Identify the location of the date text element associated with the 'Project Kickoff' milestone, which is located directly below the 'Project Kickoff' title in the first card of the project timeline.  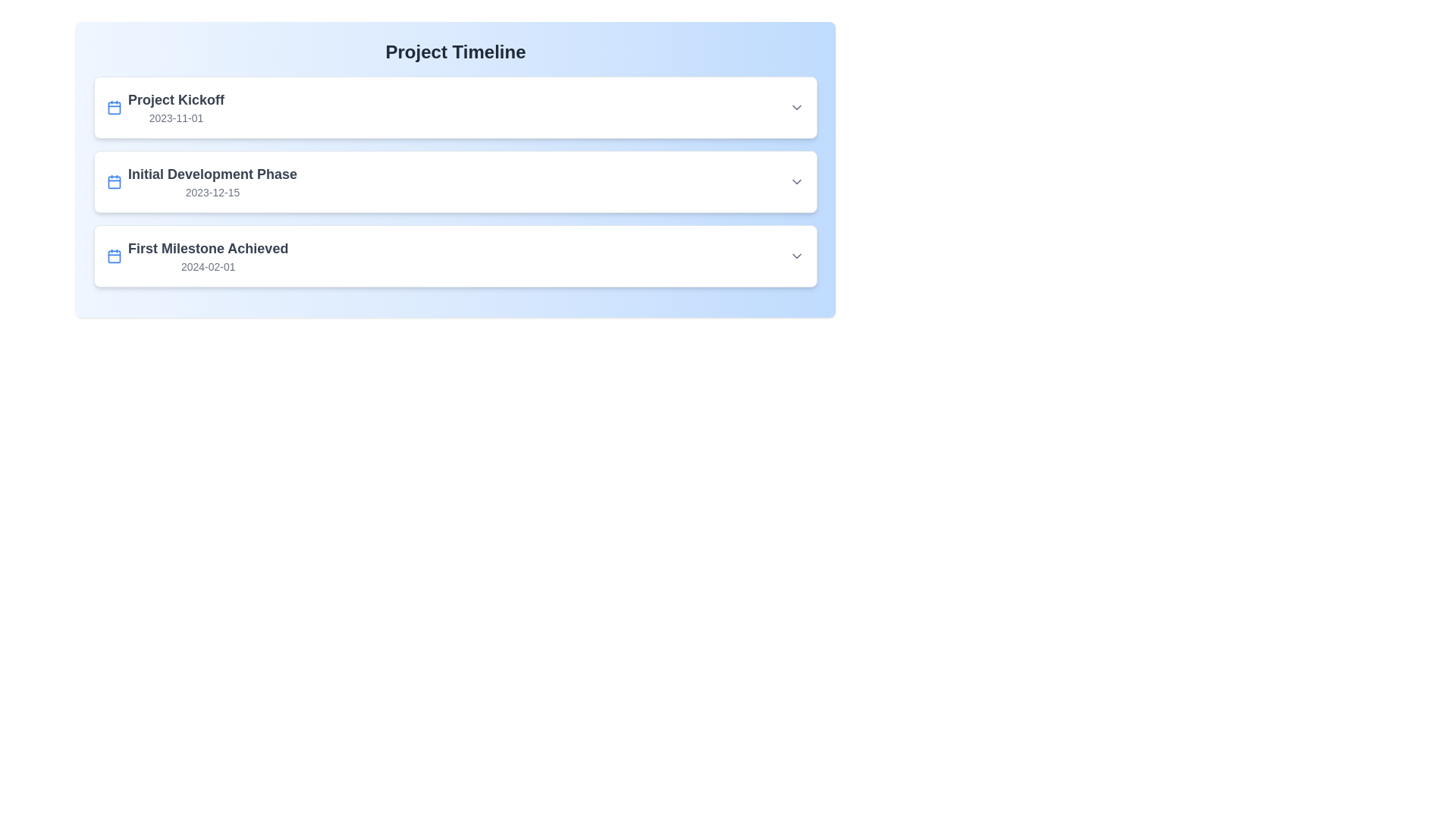
(176, 117).